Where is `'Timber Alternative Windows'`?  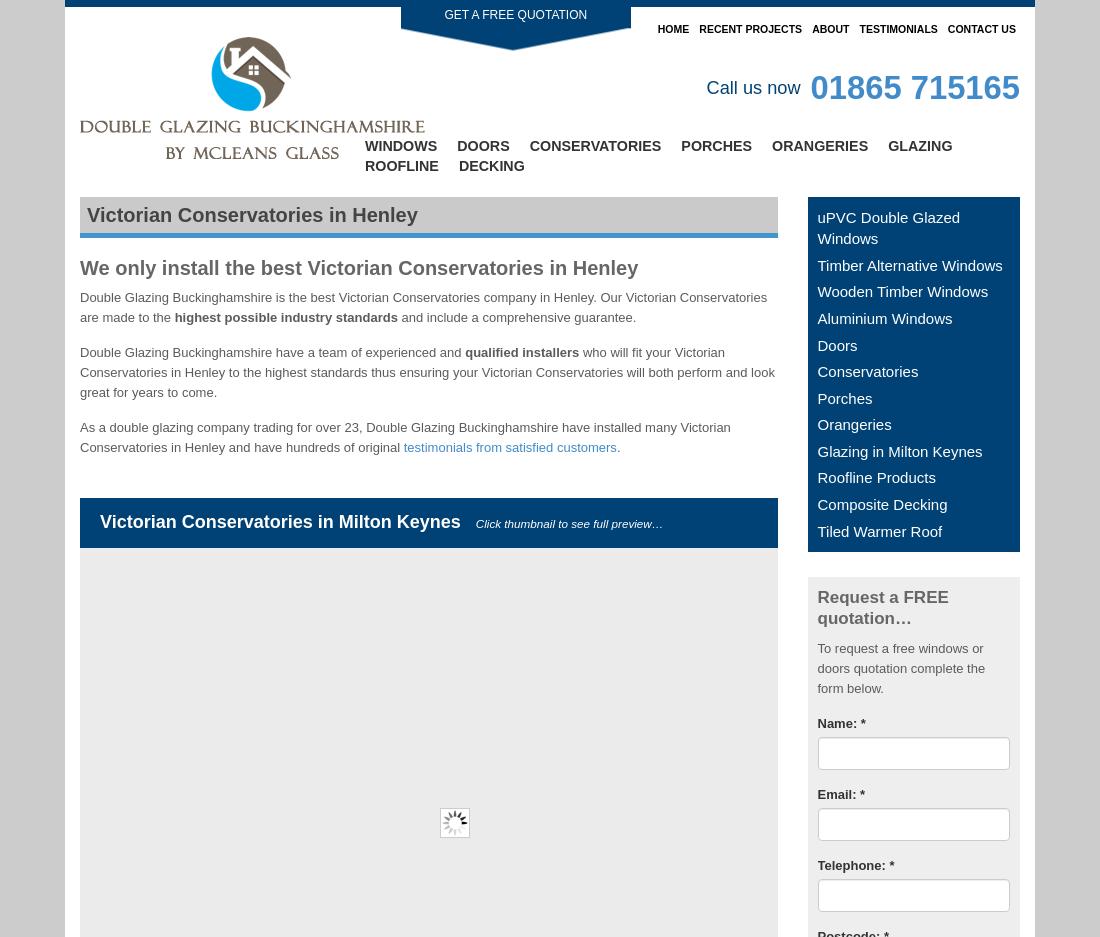
'Timber Alternative Windows' is located at coordinates (816, 264).